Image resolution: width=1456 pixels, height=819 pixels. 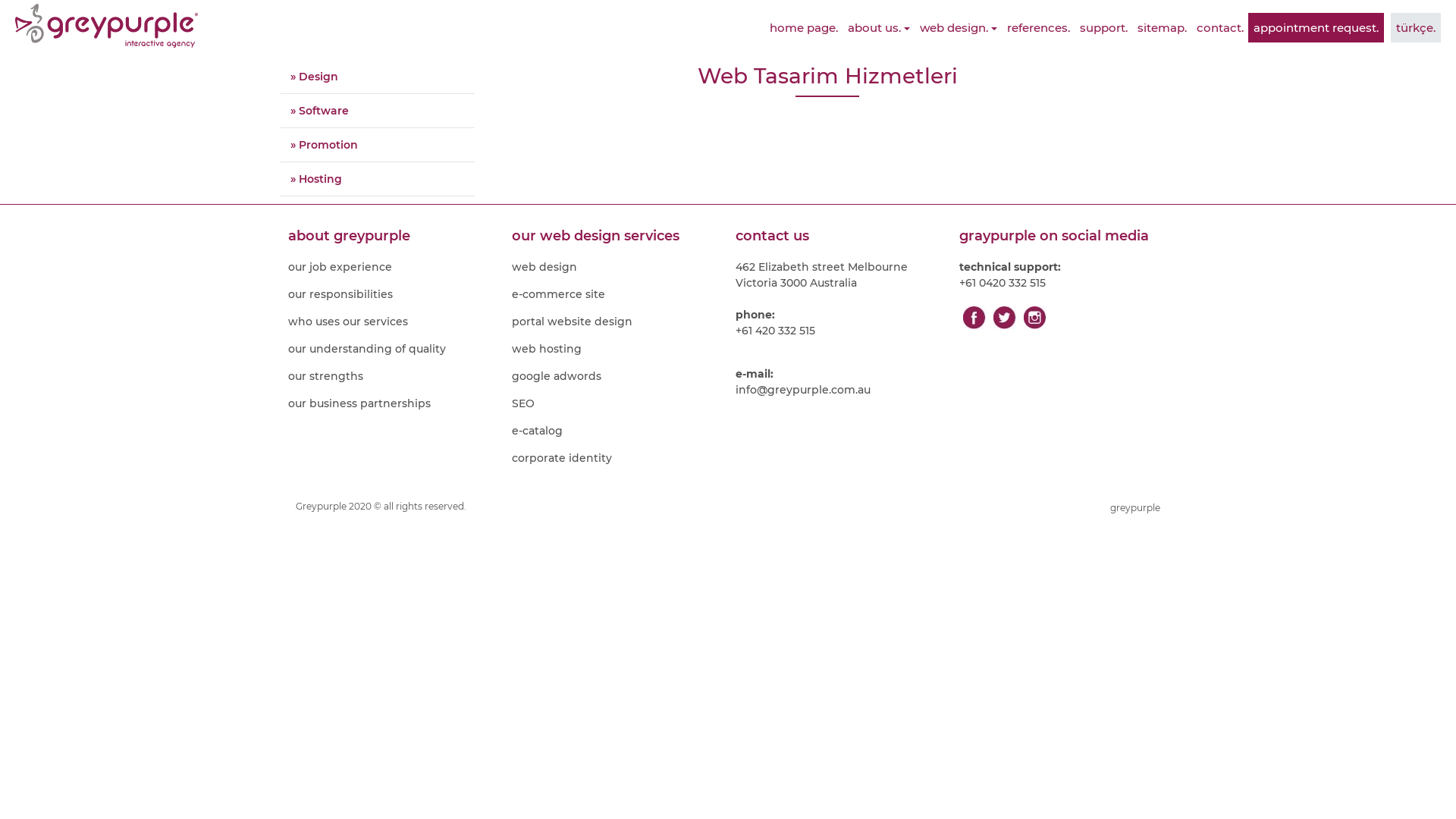 What do you see at coordinates (512, 431) in the screenshot?
I see `'e-catalog'` at bounding box center [512, 431].